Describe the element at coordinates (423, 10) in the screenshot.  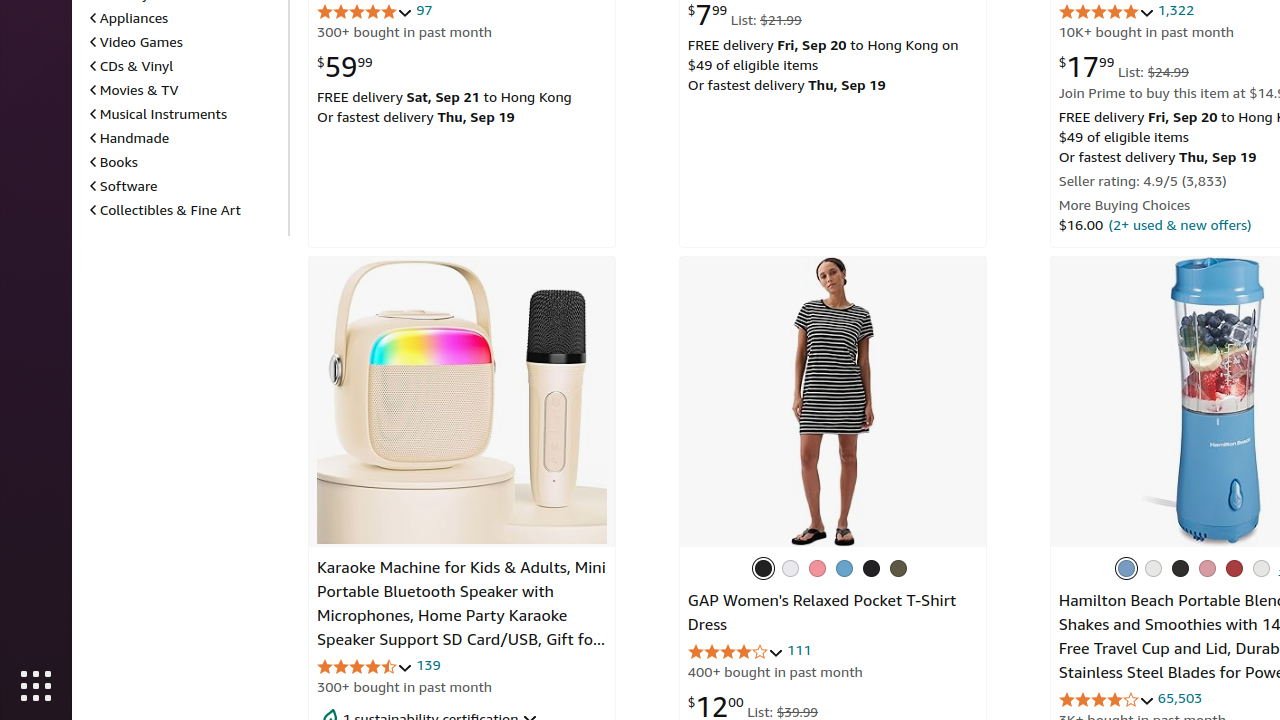
I see `'97'` at that location.